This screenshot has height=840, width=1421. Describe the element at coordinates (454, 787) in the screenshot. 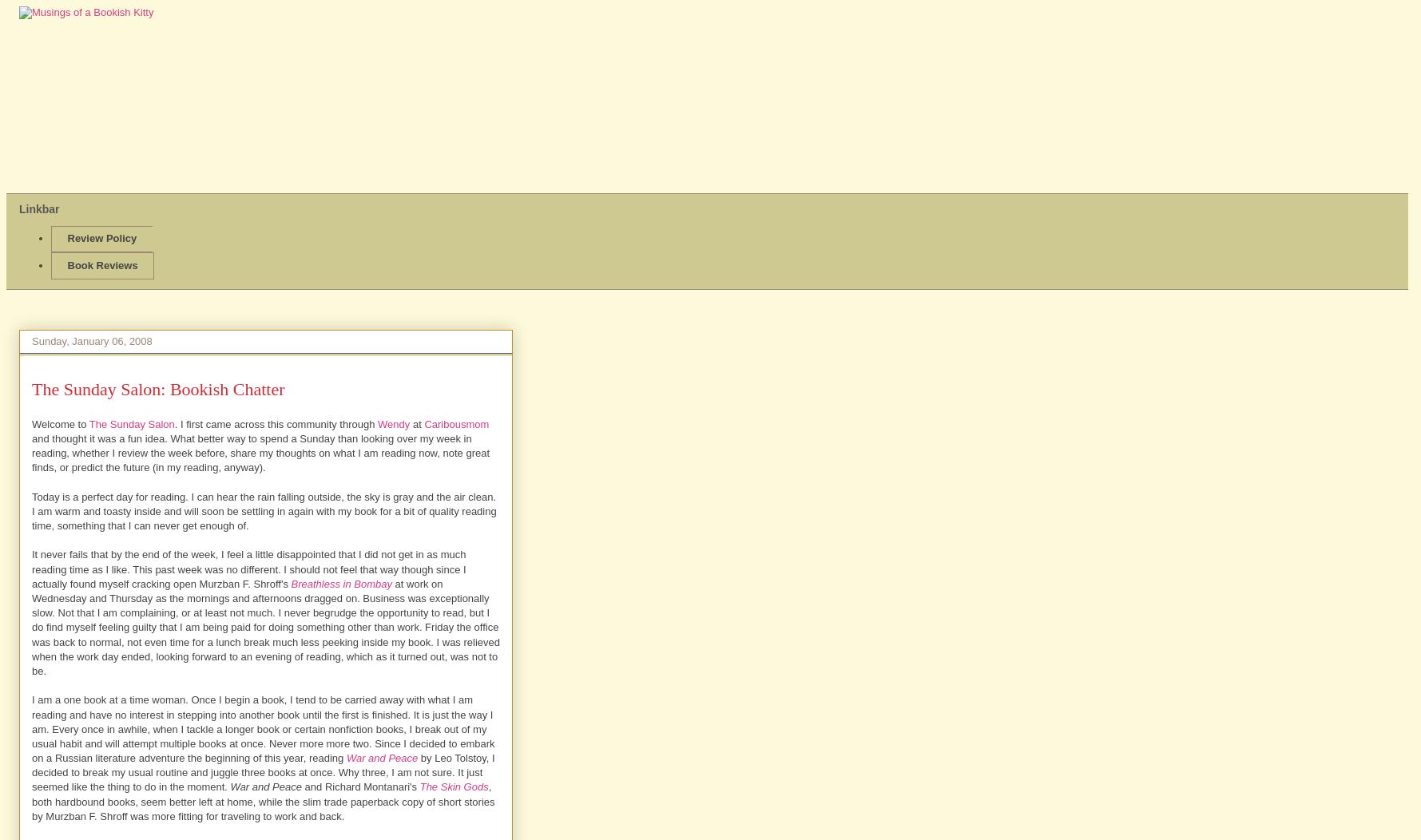

I see `'The Skin Gods'` at that location.